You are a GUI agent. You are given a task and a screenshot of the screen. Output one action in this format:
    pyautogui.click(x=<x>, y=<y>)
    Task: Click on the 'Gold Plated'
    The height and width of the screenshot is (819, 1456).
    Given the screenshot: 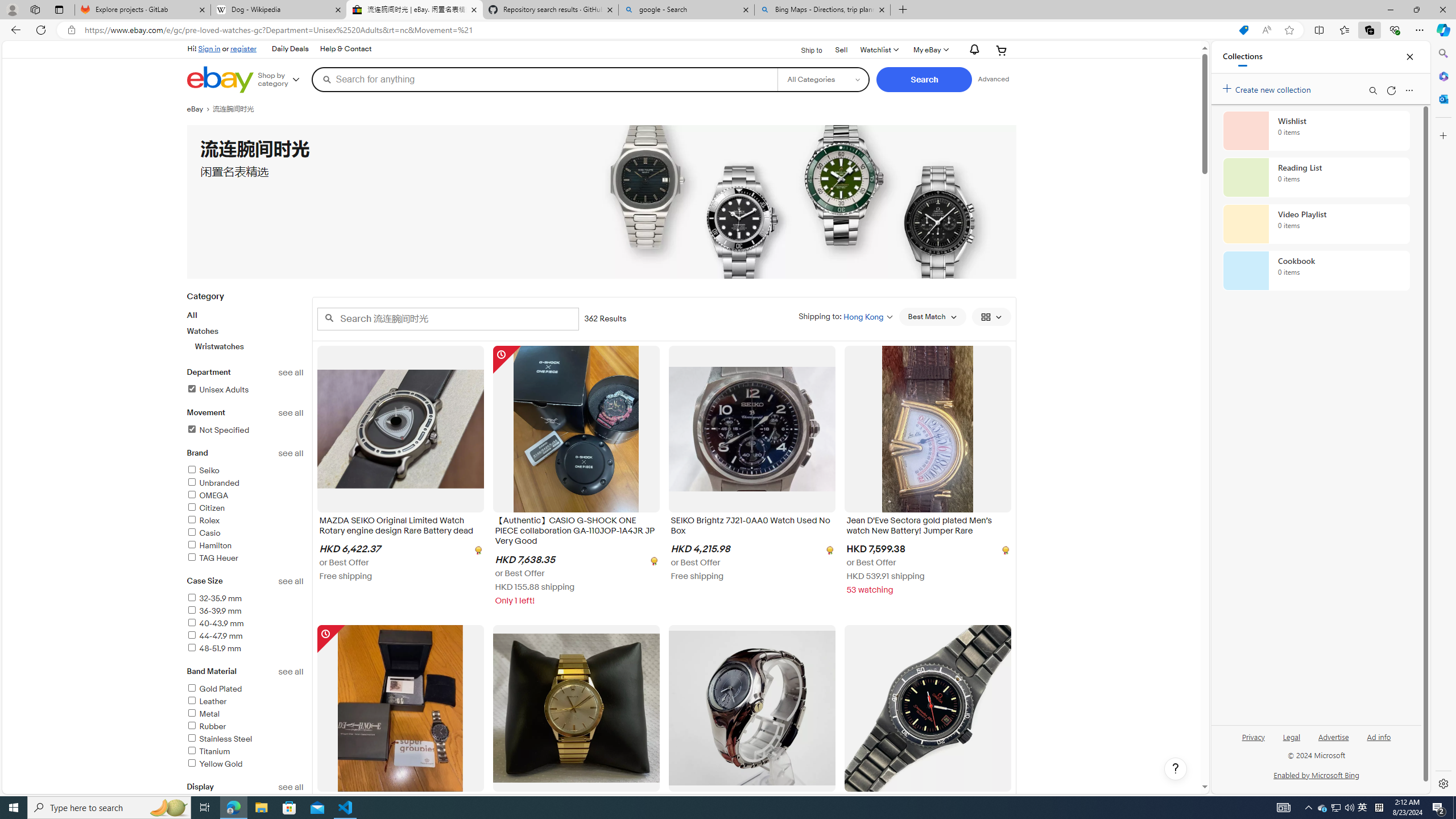 What is the action you would take?
    pyautogui.click(x=245, y=689)
    